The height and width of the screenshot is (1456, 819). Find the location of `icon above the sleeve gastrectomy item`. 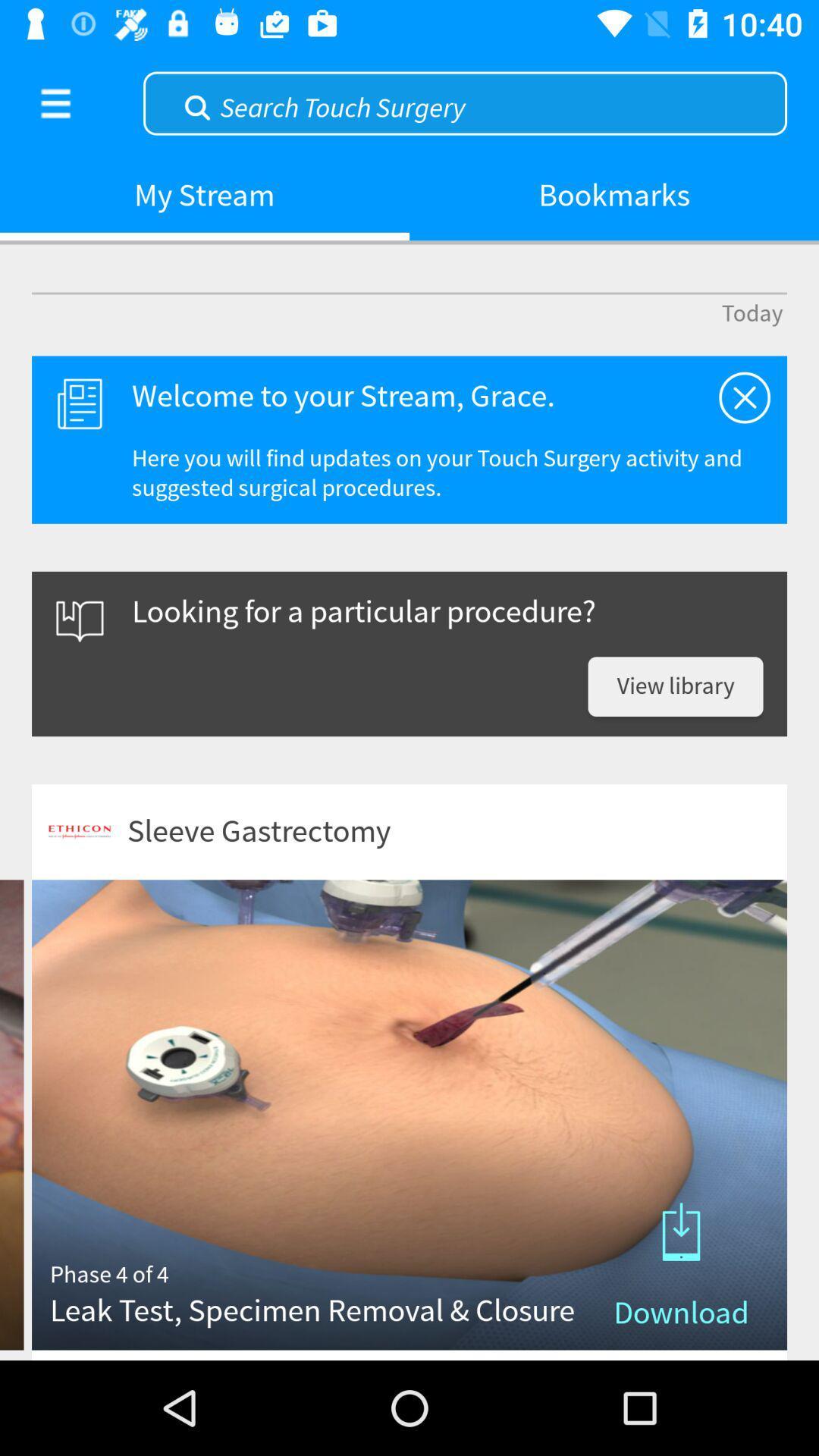

icon above the sleeve gastrectomy item is located at coordinates (675, 686).